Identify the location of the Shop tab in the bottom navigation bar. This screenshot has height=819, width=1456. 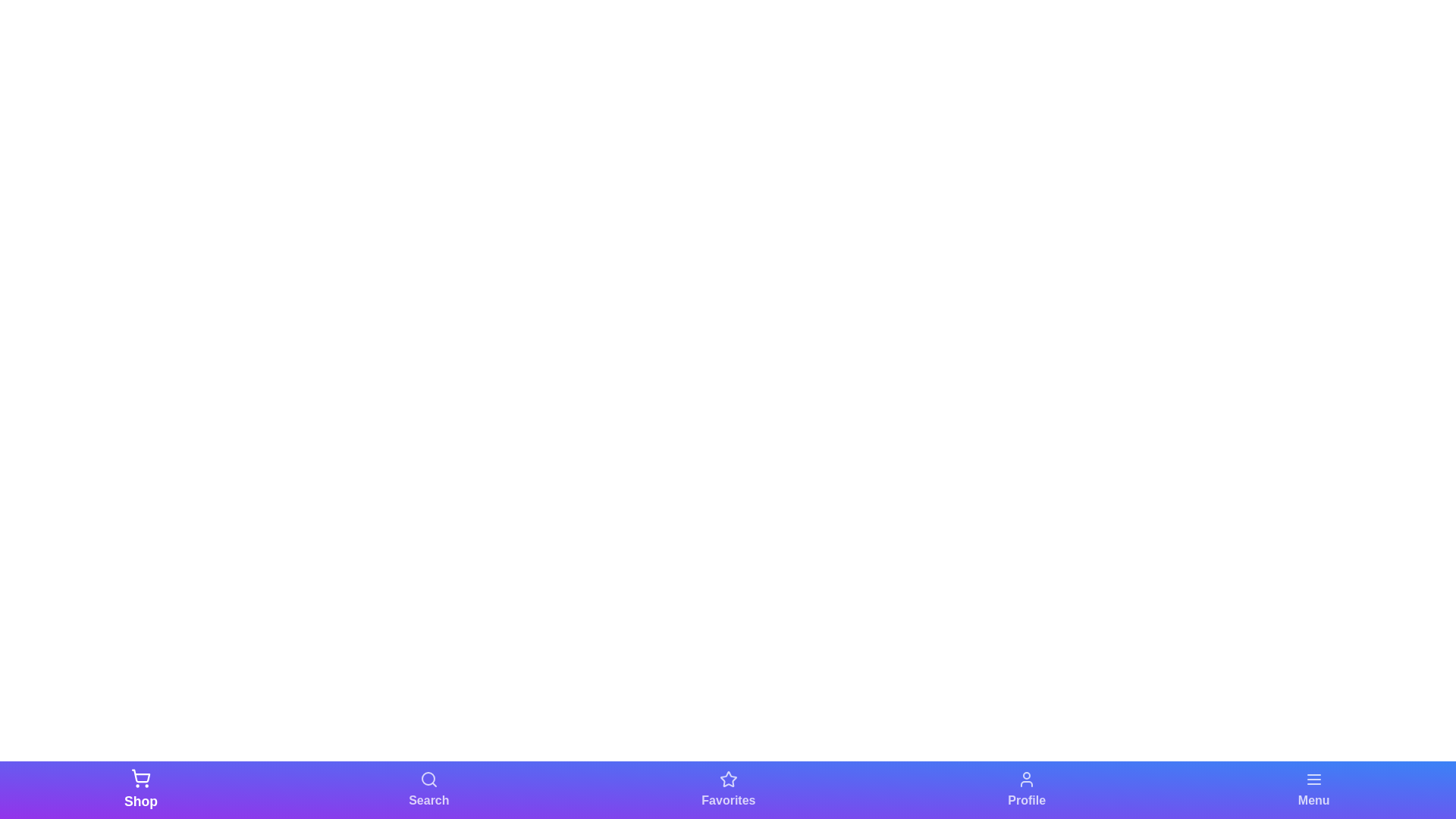
(141, 789).